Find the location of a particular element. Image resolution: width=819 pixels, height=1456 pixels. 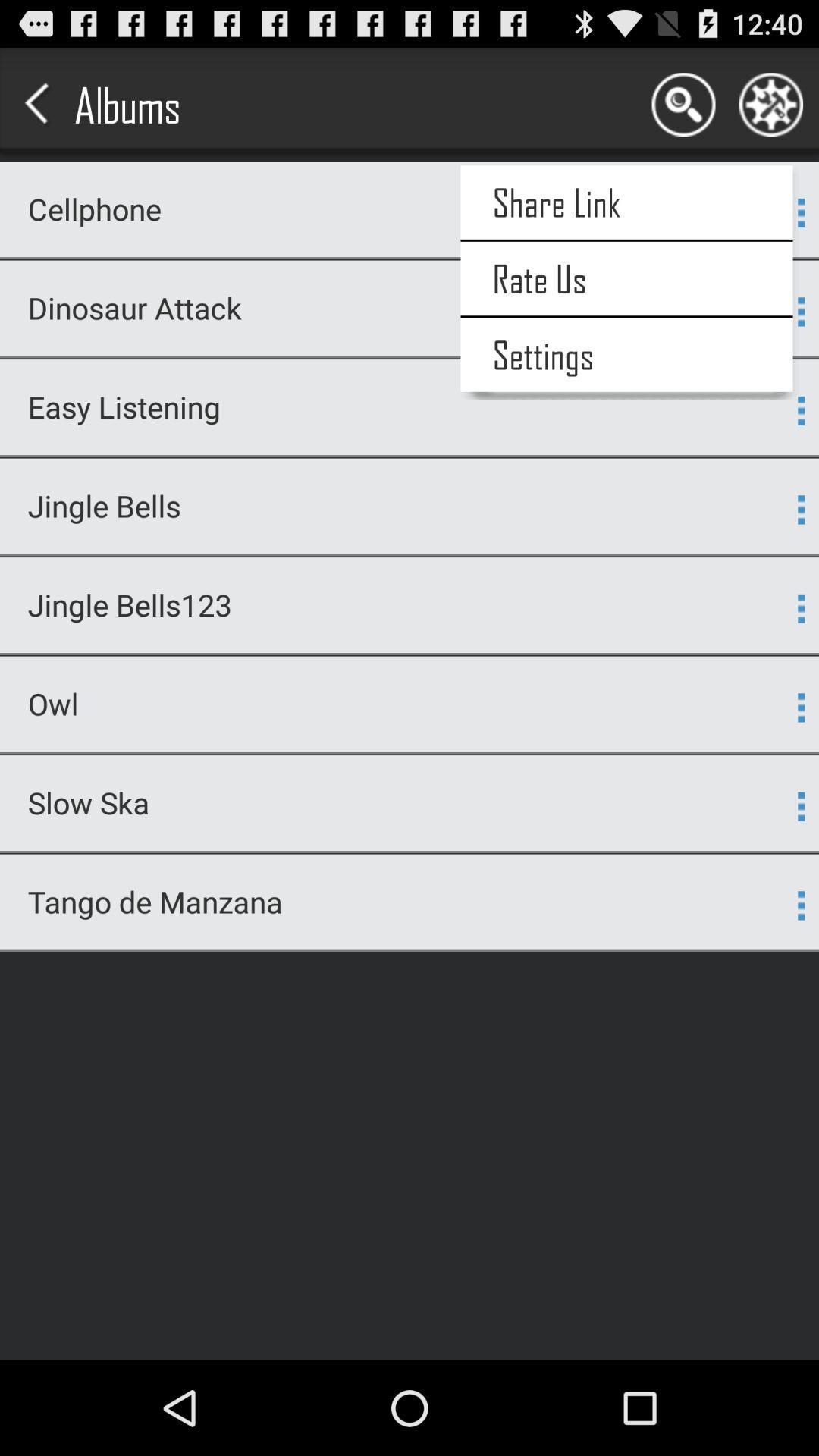

the second 3dots from the bottom is located at coordinates (800, 806).